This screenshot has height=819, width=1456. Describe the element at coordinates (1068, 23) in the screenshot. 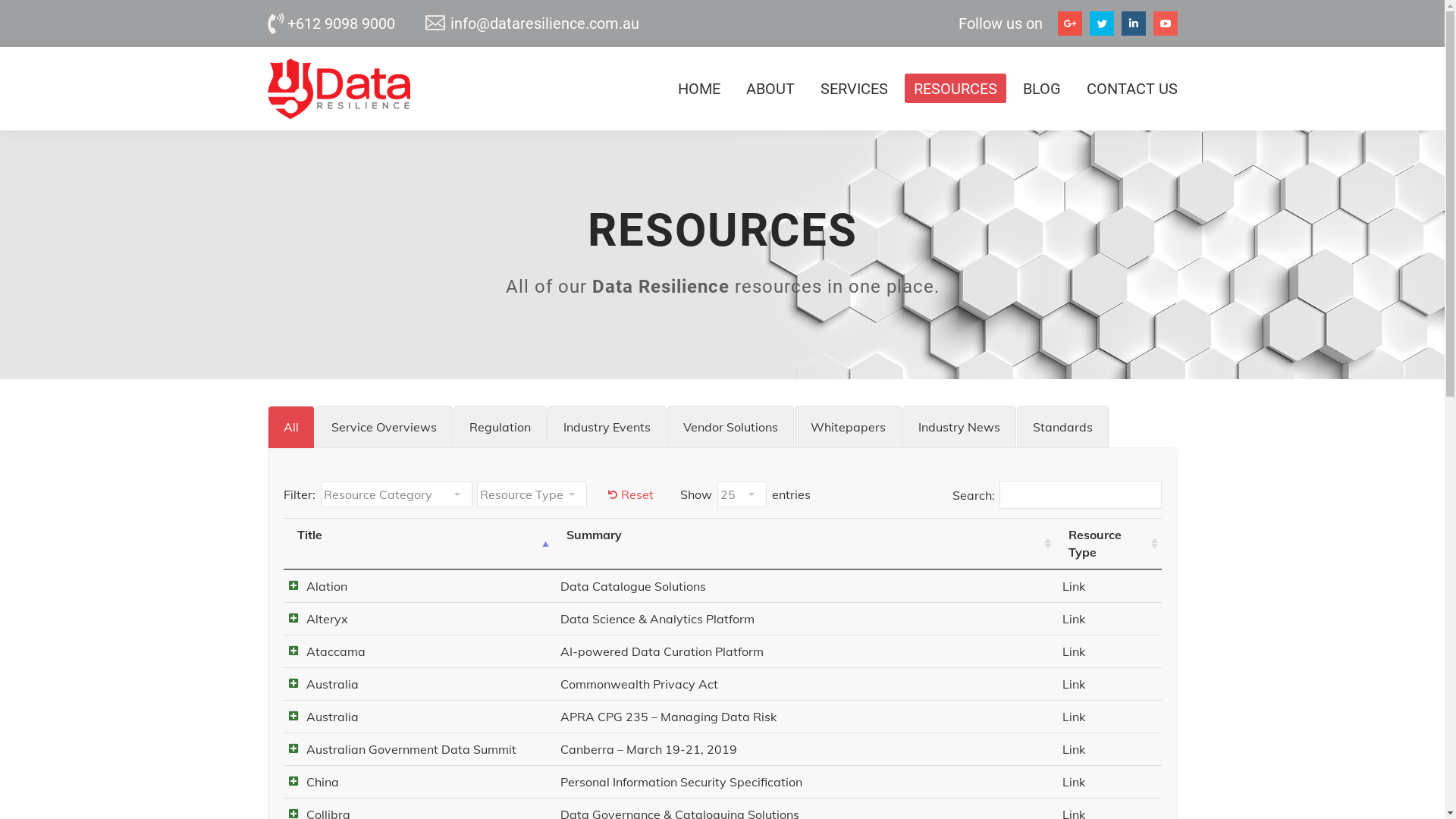

I see `'Google+'` at that location.